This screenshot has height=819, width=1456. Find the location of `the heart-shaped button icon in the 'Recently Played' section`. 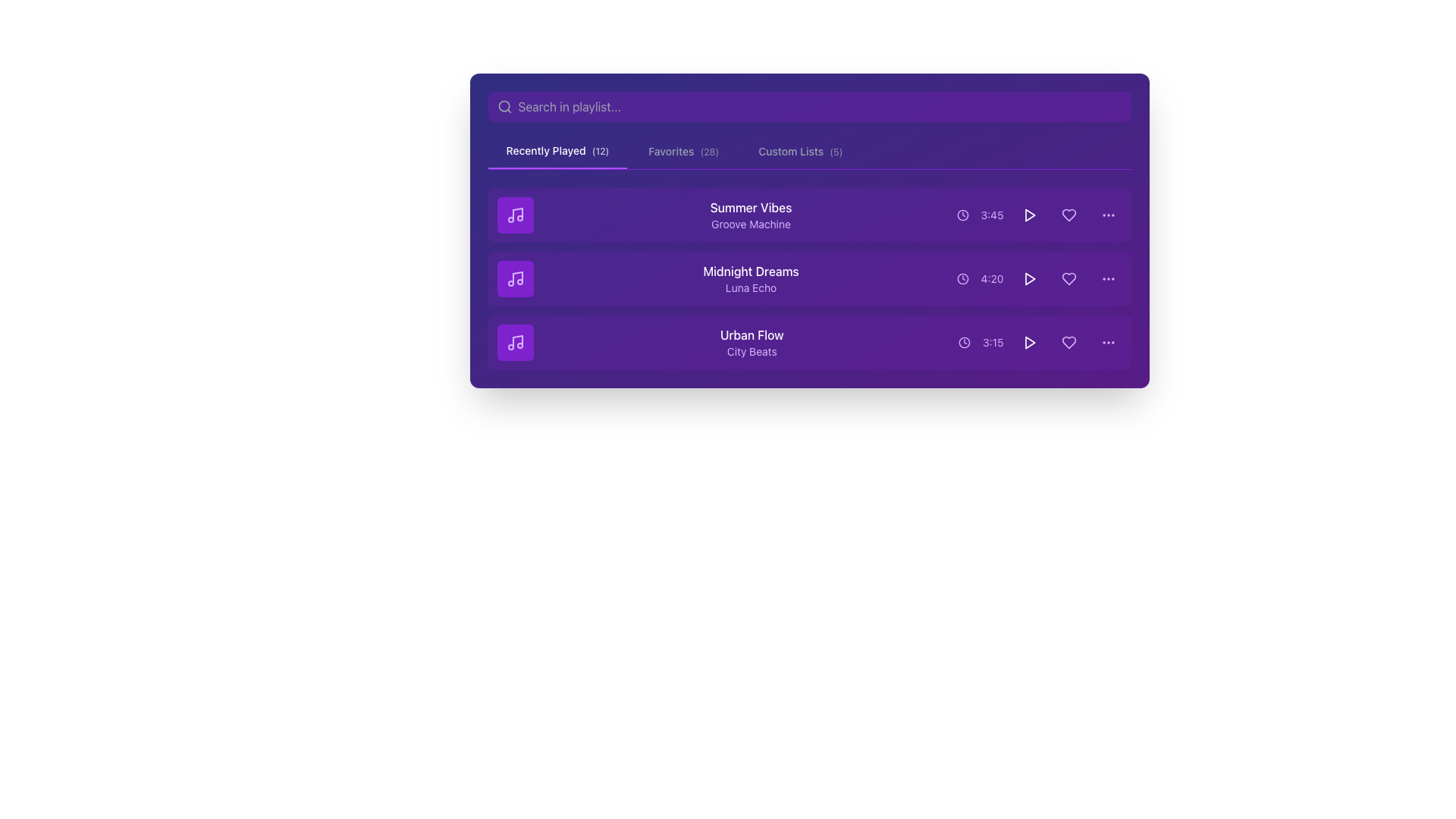

the heart-shaped button icon in the 'Recently Played' section is located at coordinates (1068, 215).